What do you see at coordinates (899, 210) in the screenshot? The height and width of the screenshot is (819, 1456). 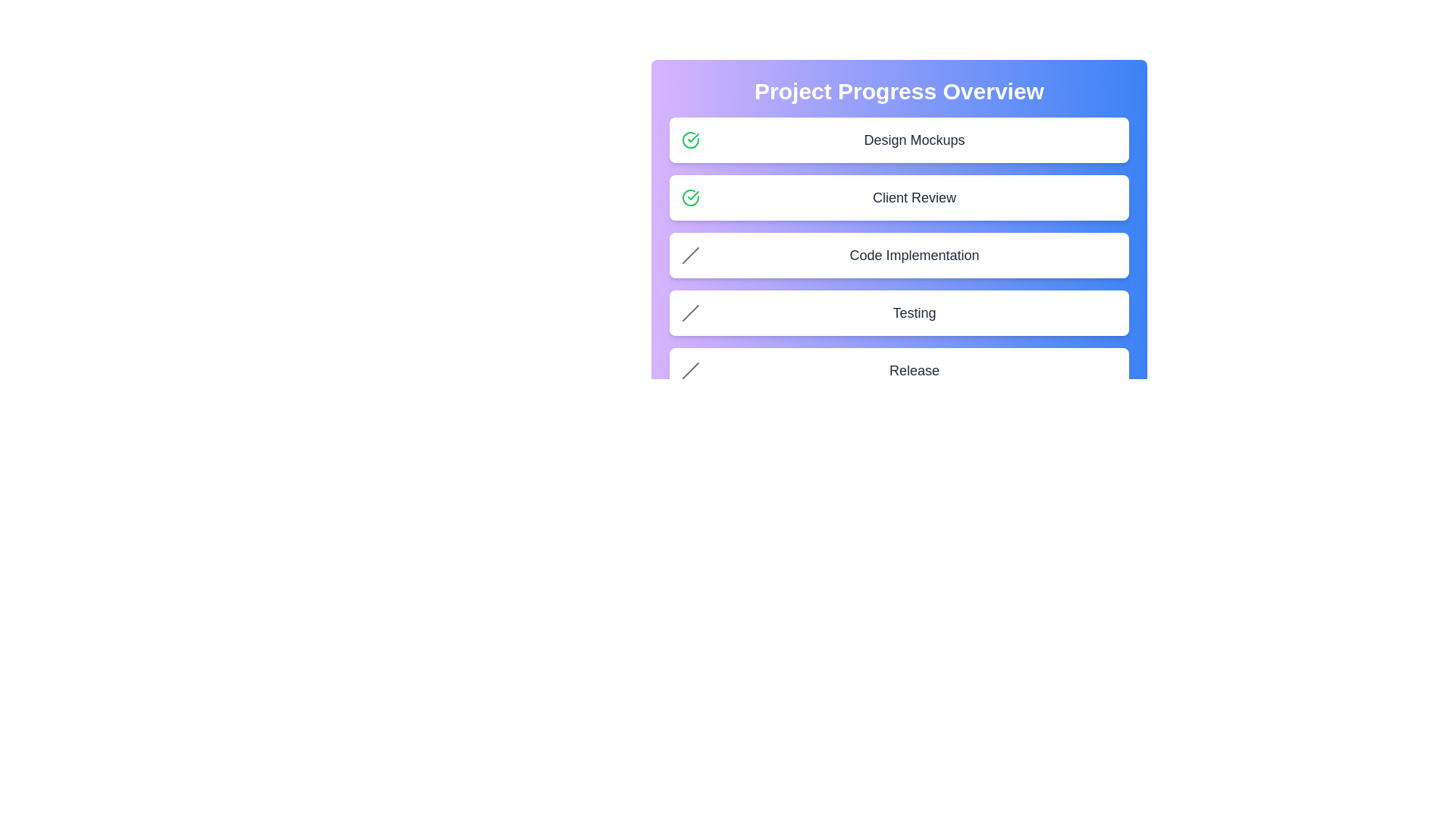 I see `the 'Client Review' milestone block in the project tracking interface` at bounding box center [899, 210].